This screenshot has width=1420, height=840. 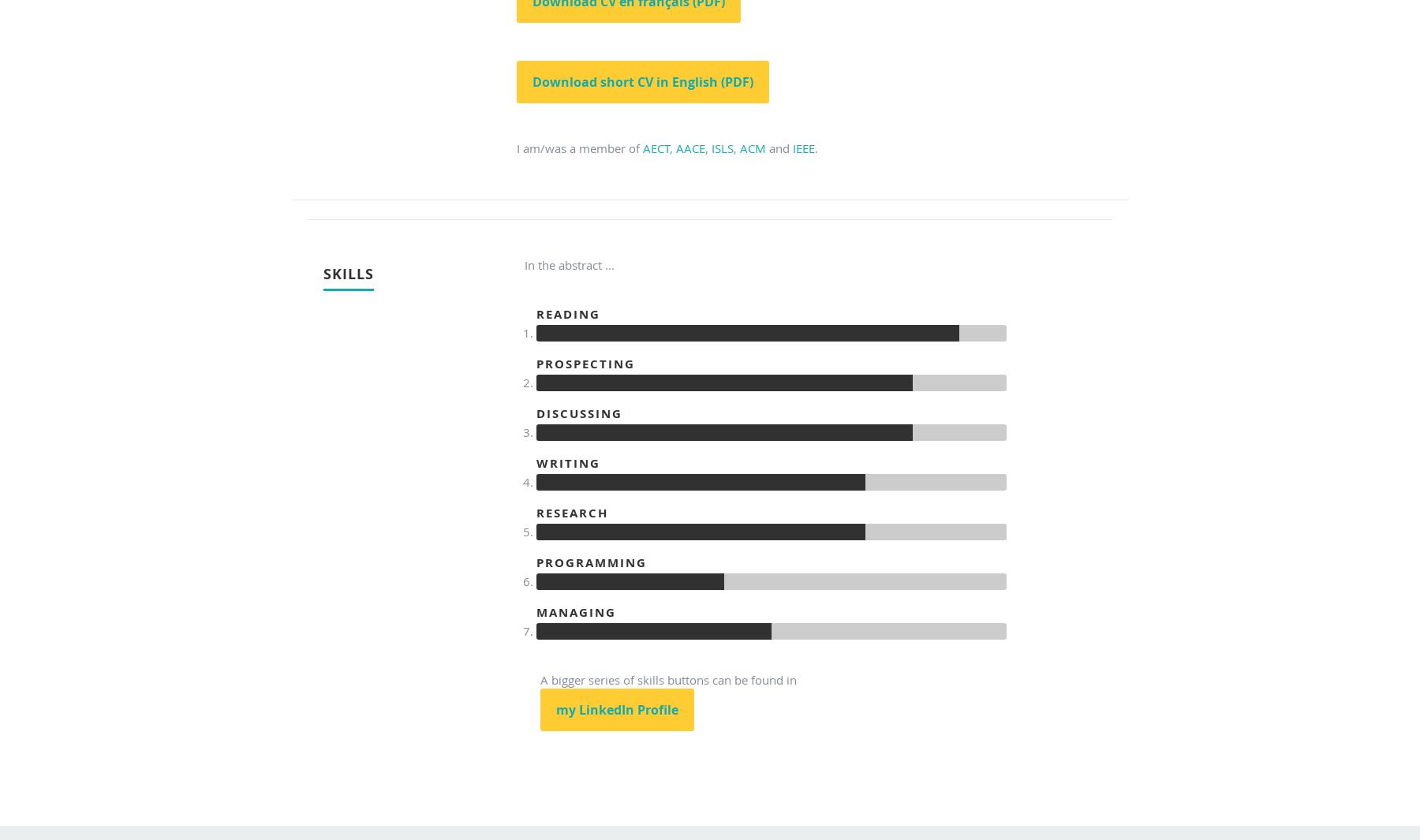 I want to click on 'Download short CV in English (PDF)', so click(x=643, y=81).